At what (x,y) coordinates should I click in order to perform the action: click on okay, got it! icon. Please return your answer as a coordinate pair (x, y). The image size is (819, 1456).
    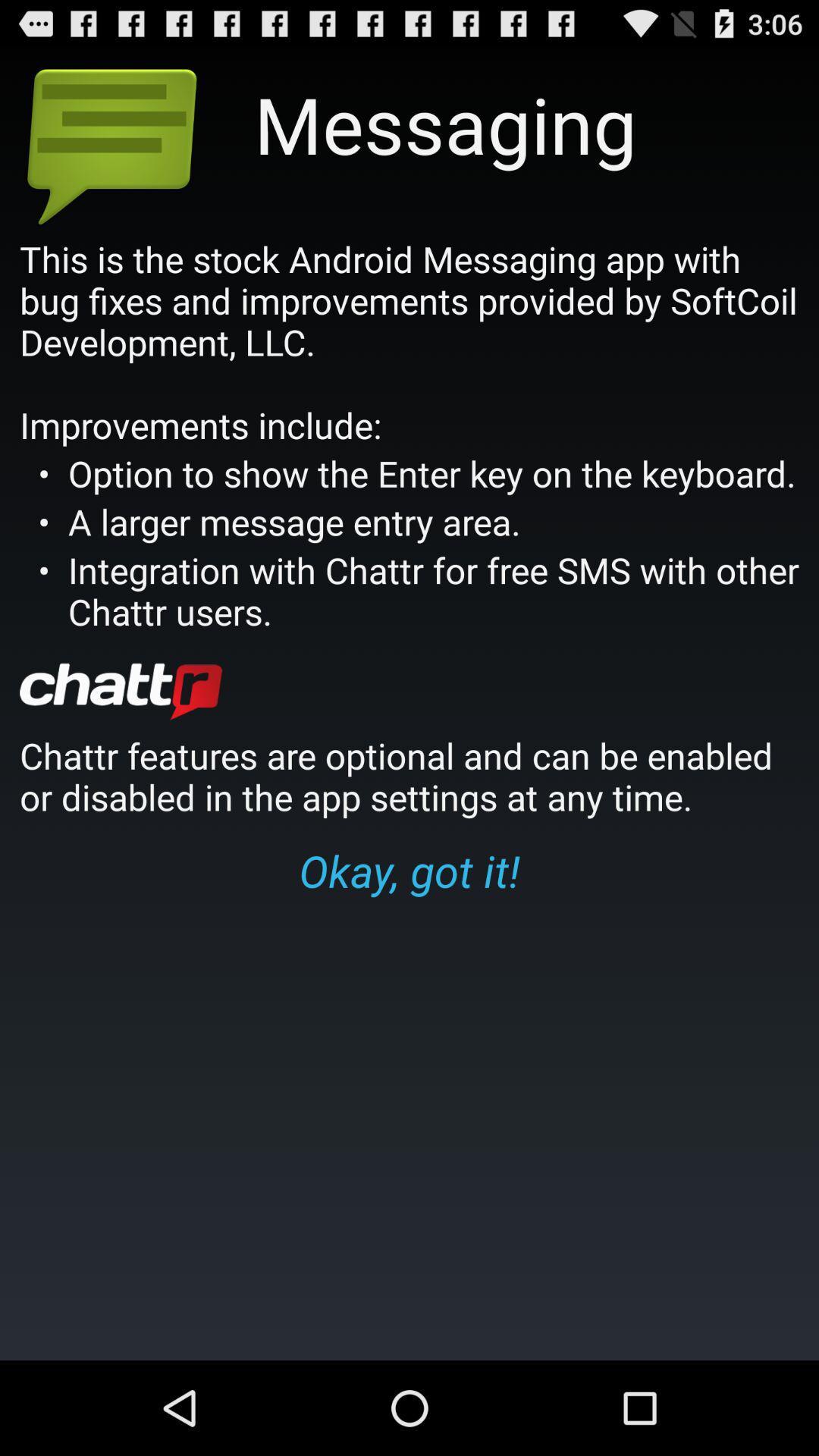
    Looking at the image, I should click on (409, 870).